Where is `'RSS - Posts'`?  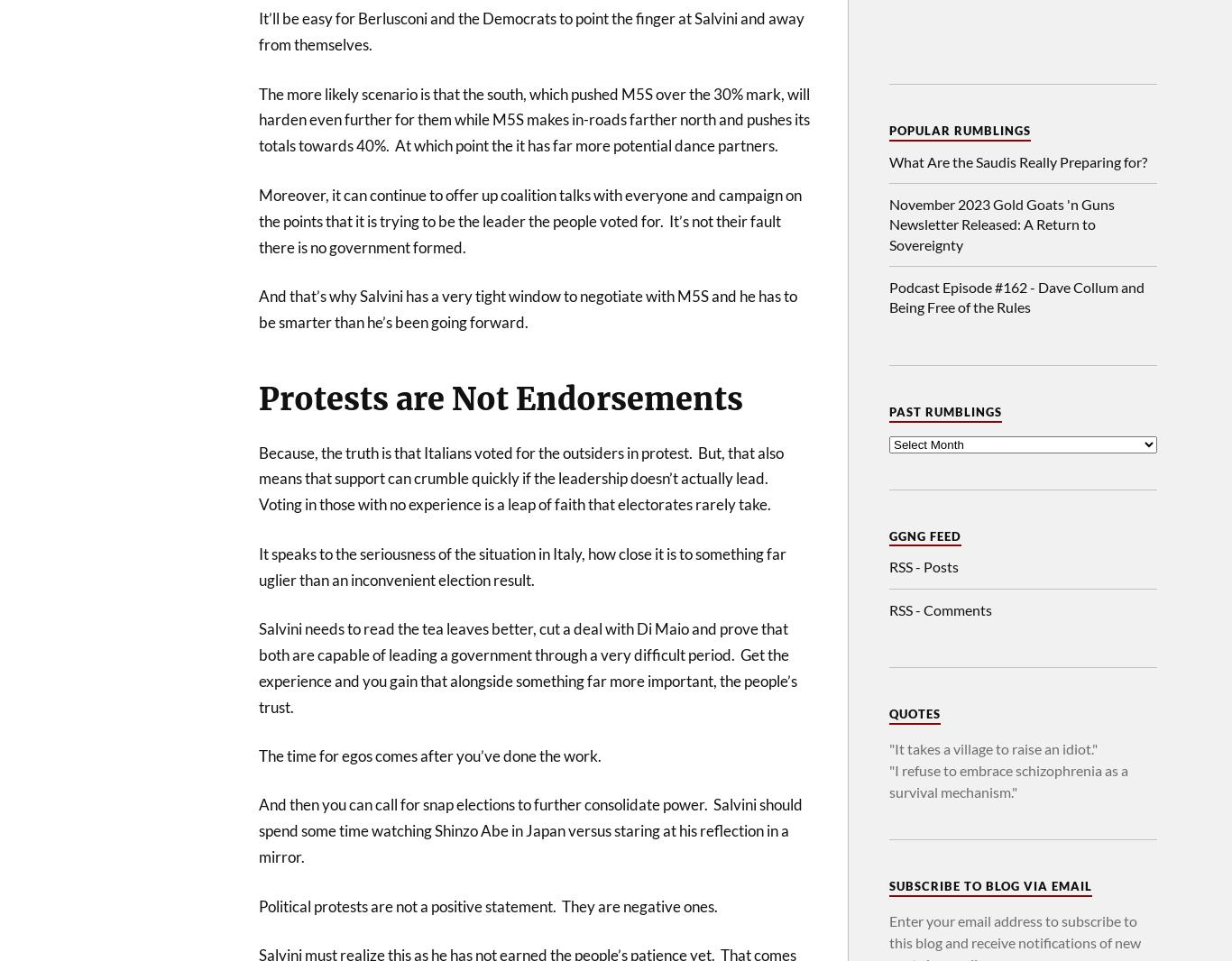
'RSS - Posts' is located at coordinates (924, 565).